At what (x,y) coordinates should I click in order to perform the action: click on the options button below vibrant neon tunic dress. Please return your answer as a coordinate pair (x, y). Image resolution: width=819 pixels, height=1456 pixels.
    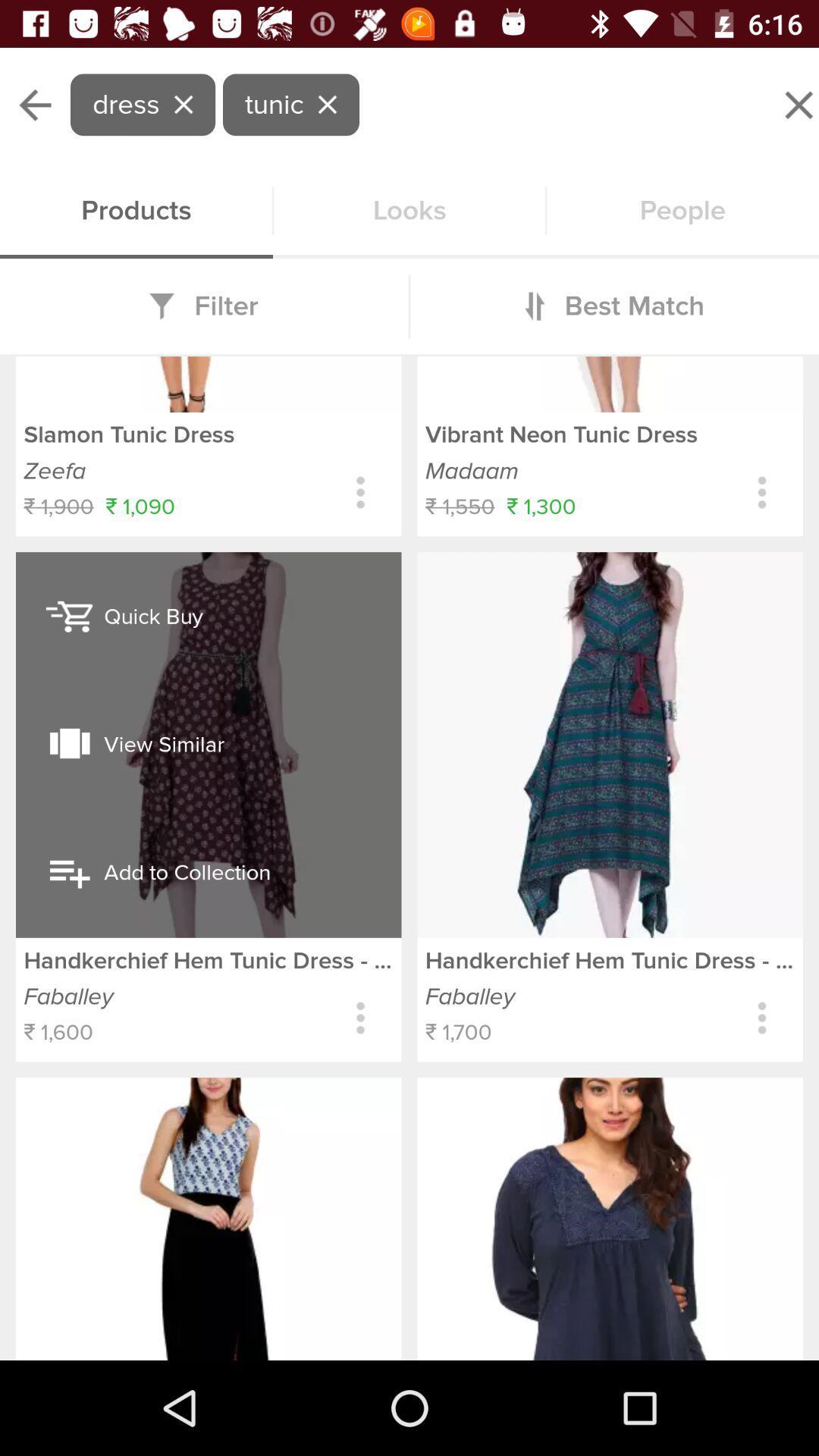
    Looking at the image, I should click on (762, 492).